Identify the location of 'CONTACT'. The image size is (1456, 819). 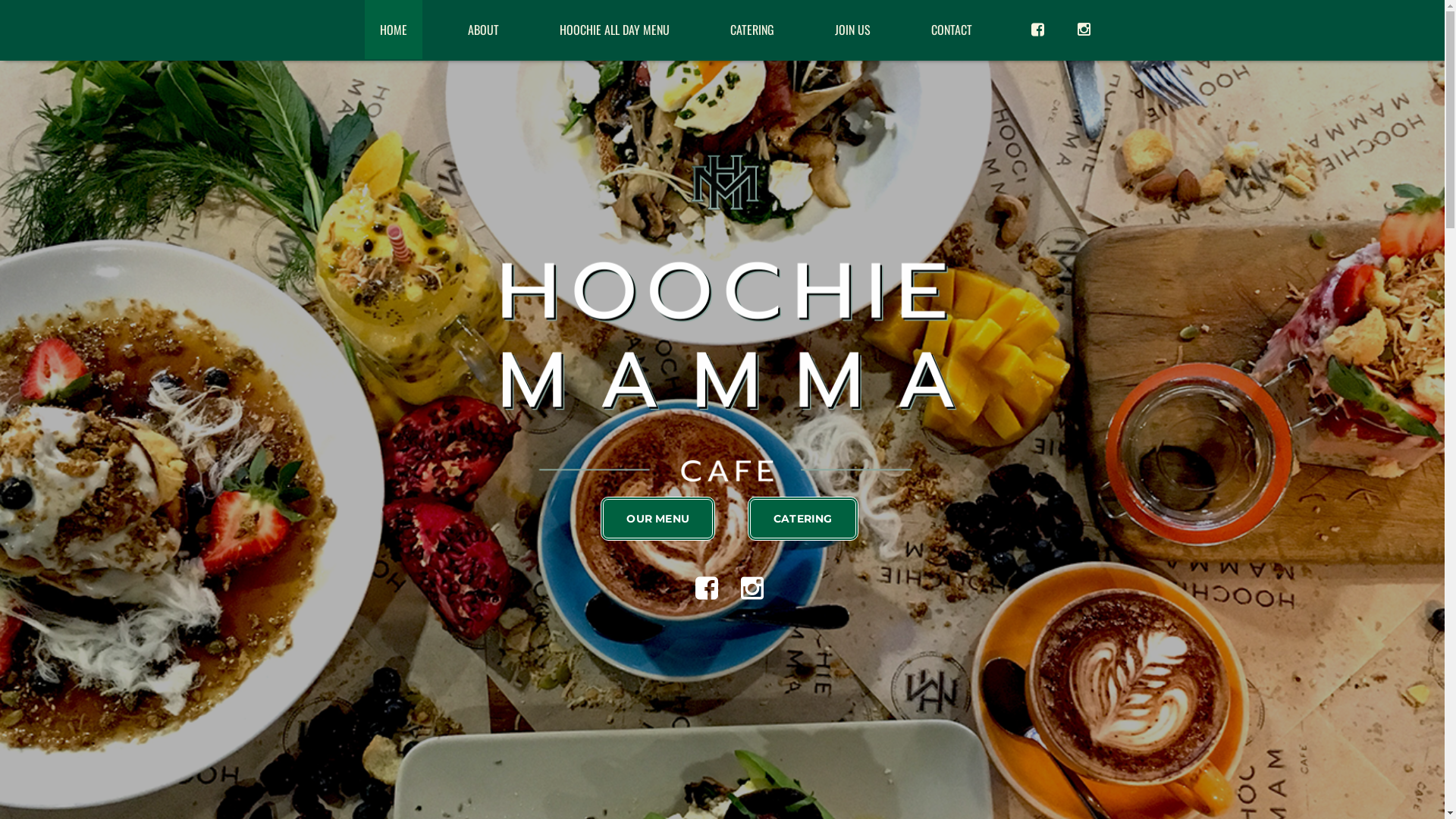
(950, 29).